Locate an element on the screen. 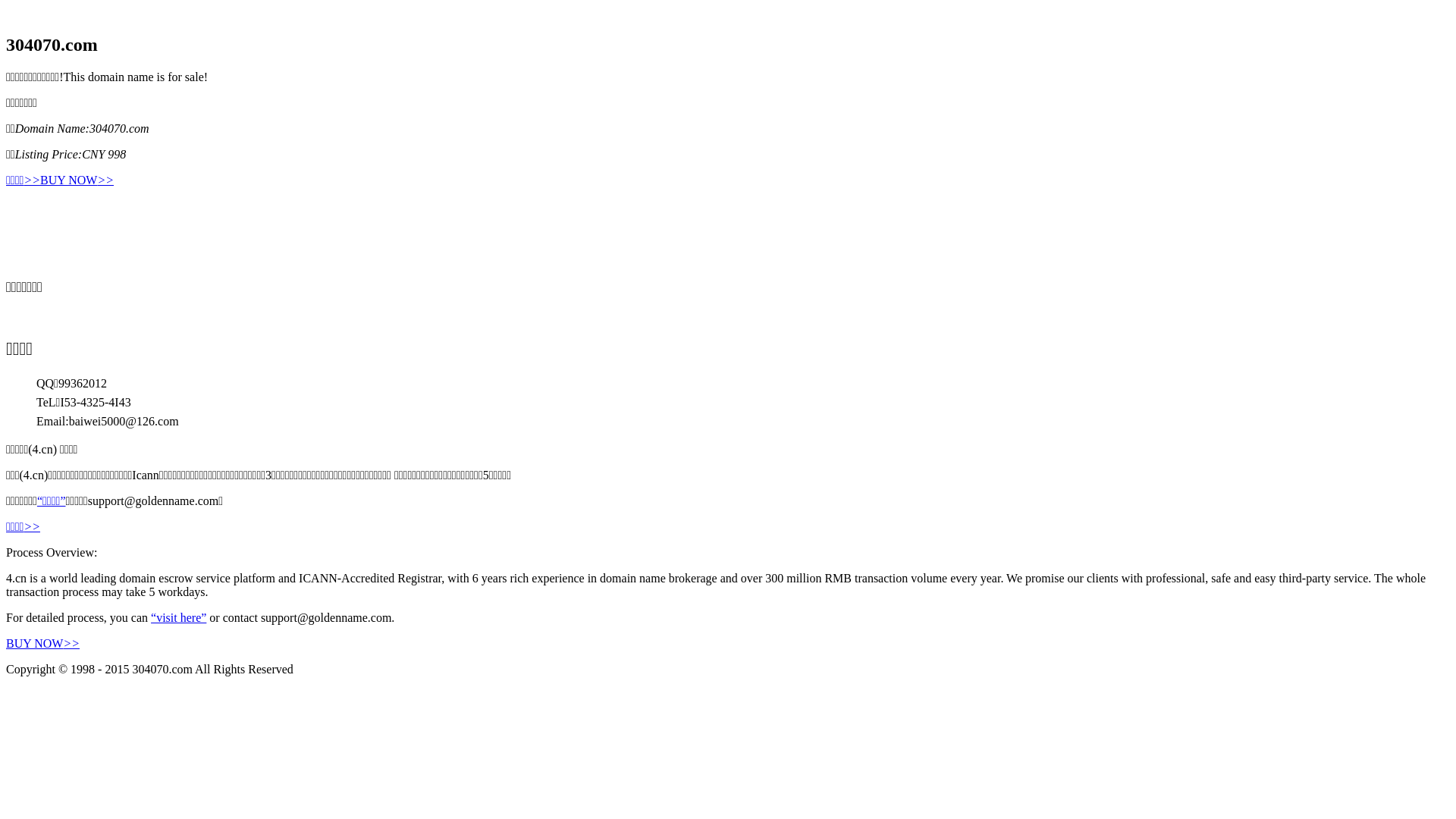  'BUY NOW>>' is located at coordinates (76, 180).